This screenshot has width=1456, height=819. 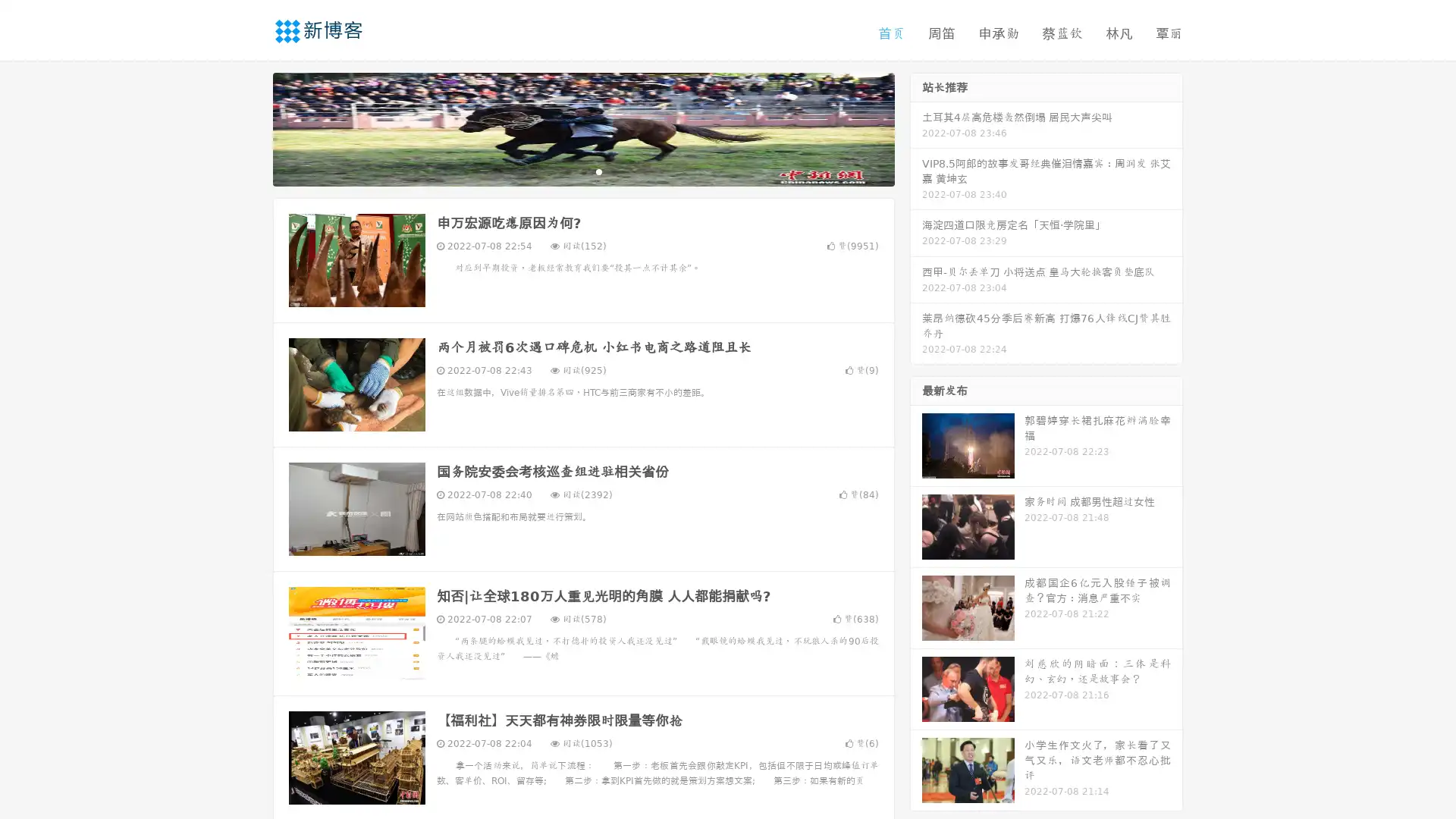 What do you see at coordinates (567, 171) in the screenshot?
I see `Go to slide 1` at bounding box center [567, 171].